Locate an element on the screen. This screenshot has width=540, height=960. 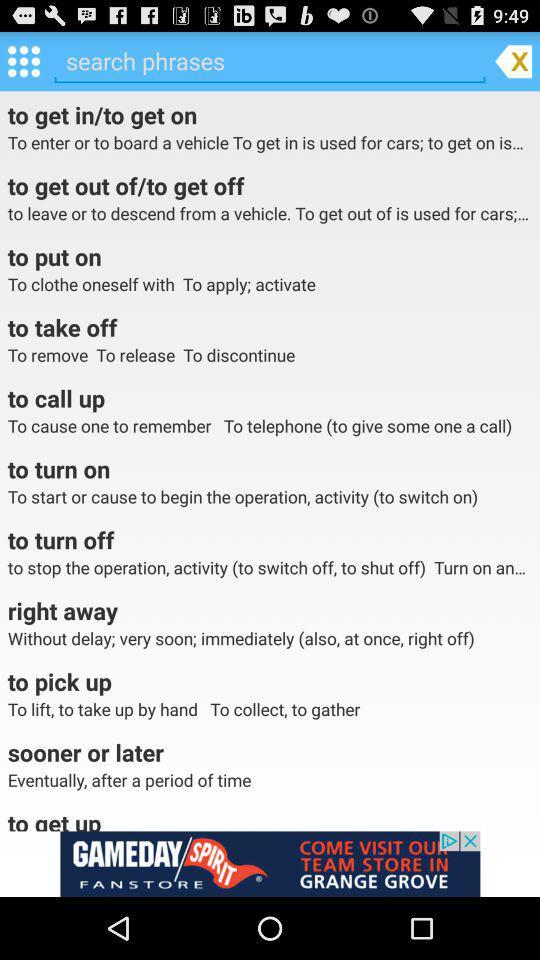
advertisement is located at coordinates (270, 863).